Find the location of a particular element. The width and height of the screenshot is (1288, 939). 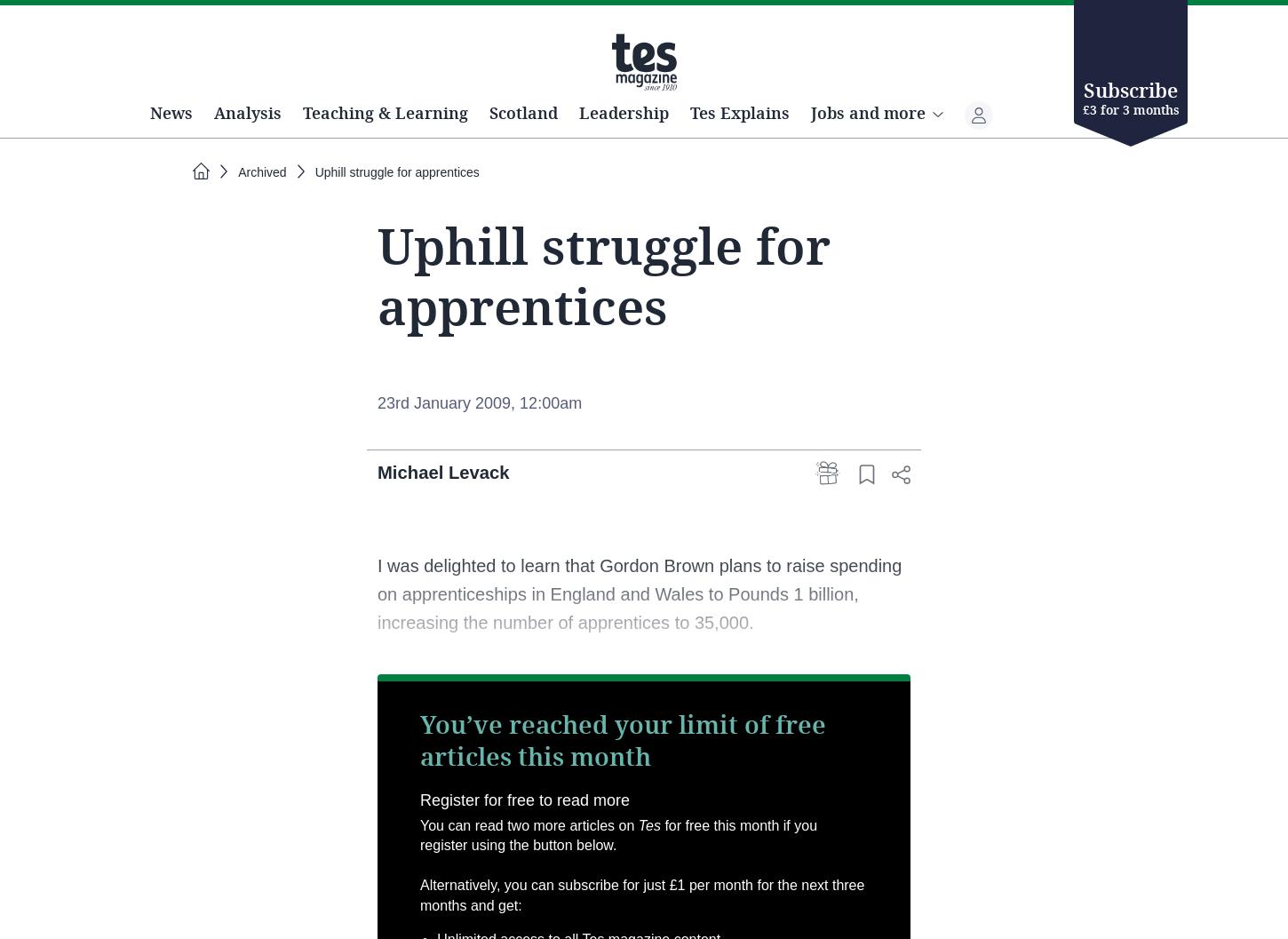

'News' is located at coordinates (221, 175).